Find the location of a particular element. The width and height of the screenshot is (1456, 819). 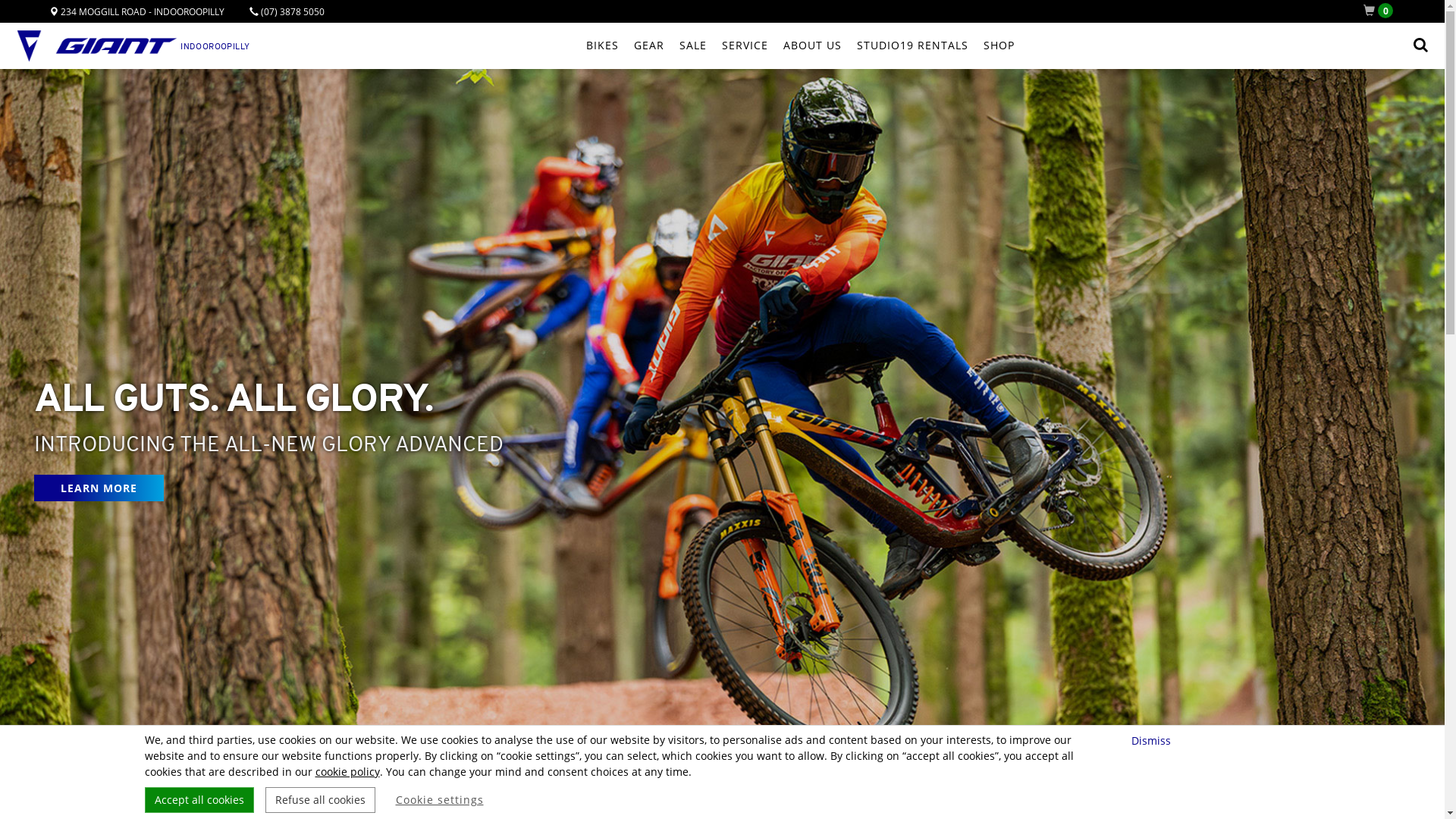

'STUDIO19 RENTALS' is located at coordinates (912, 45).